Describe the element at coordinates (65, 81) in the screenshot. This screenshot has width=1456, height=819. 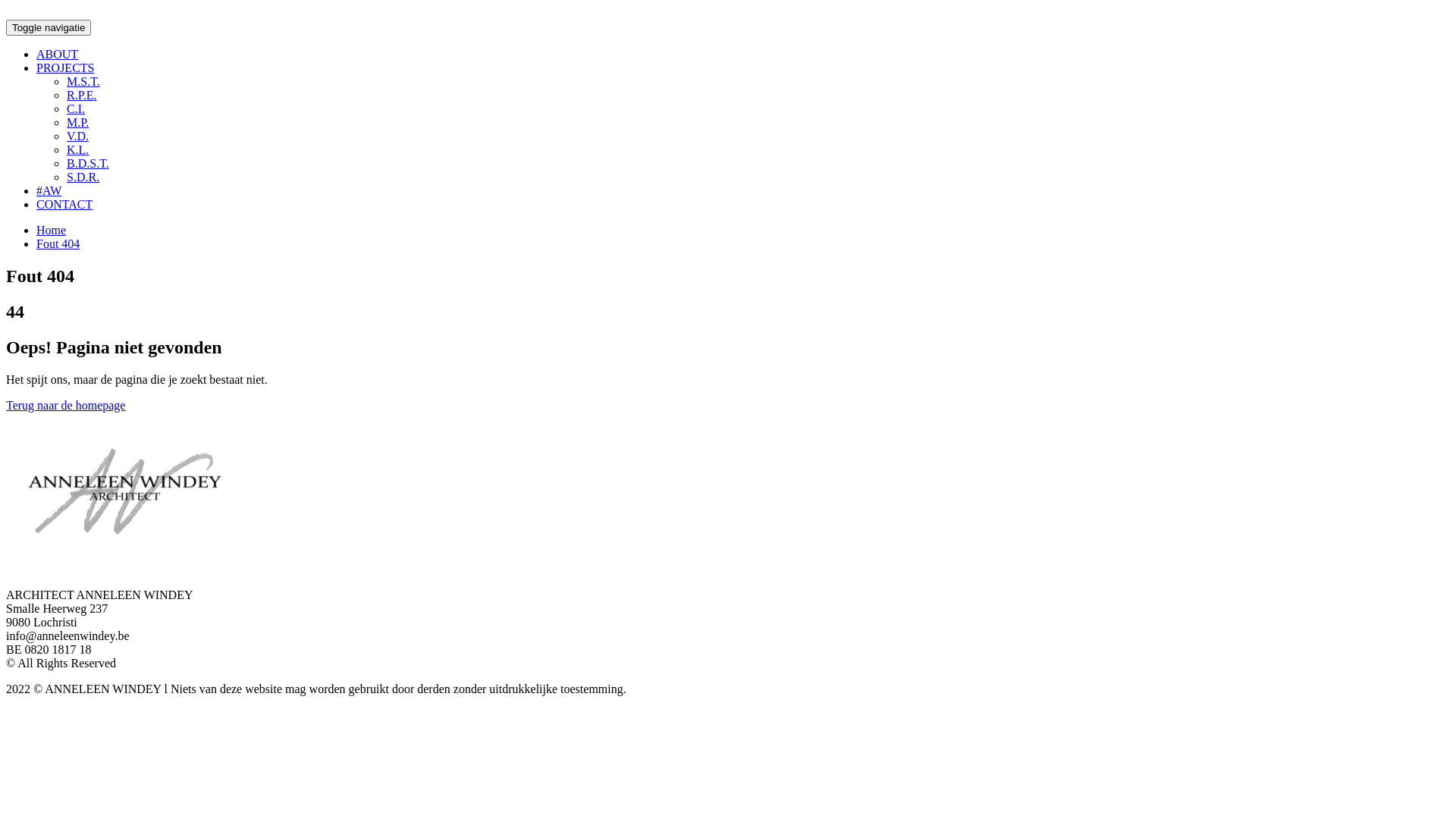
I see `'M.S.T.'` at that location.